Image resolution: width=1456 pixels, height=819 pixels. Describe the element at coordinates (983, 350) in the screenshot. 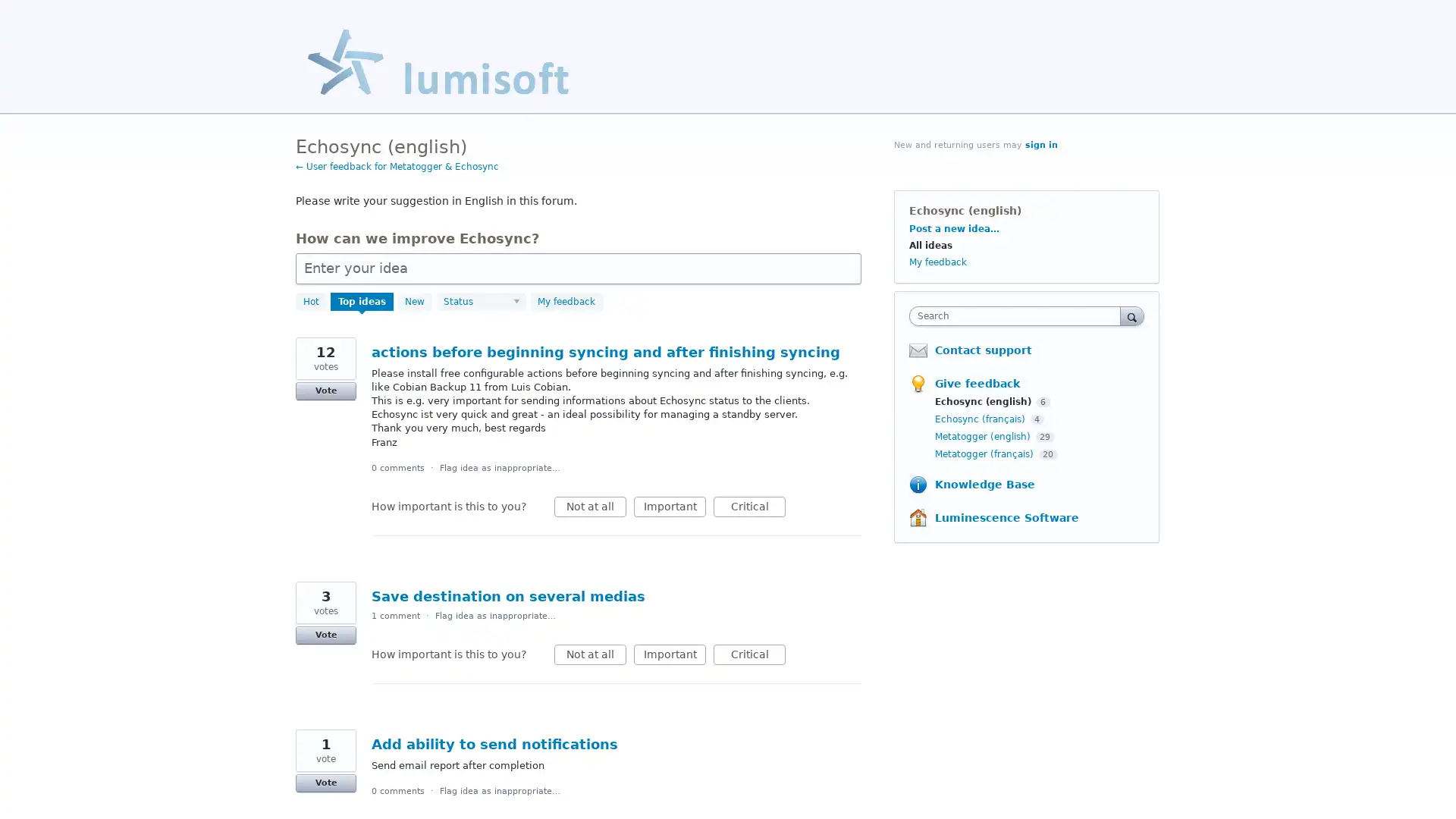

I see `Contact support` at that location.